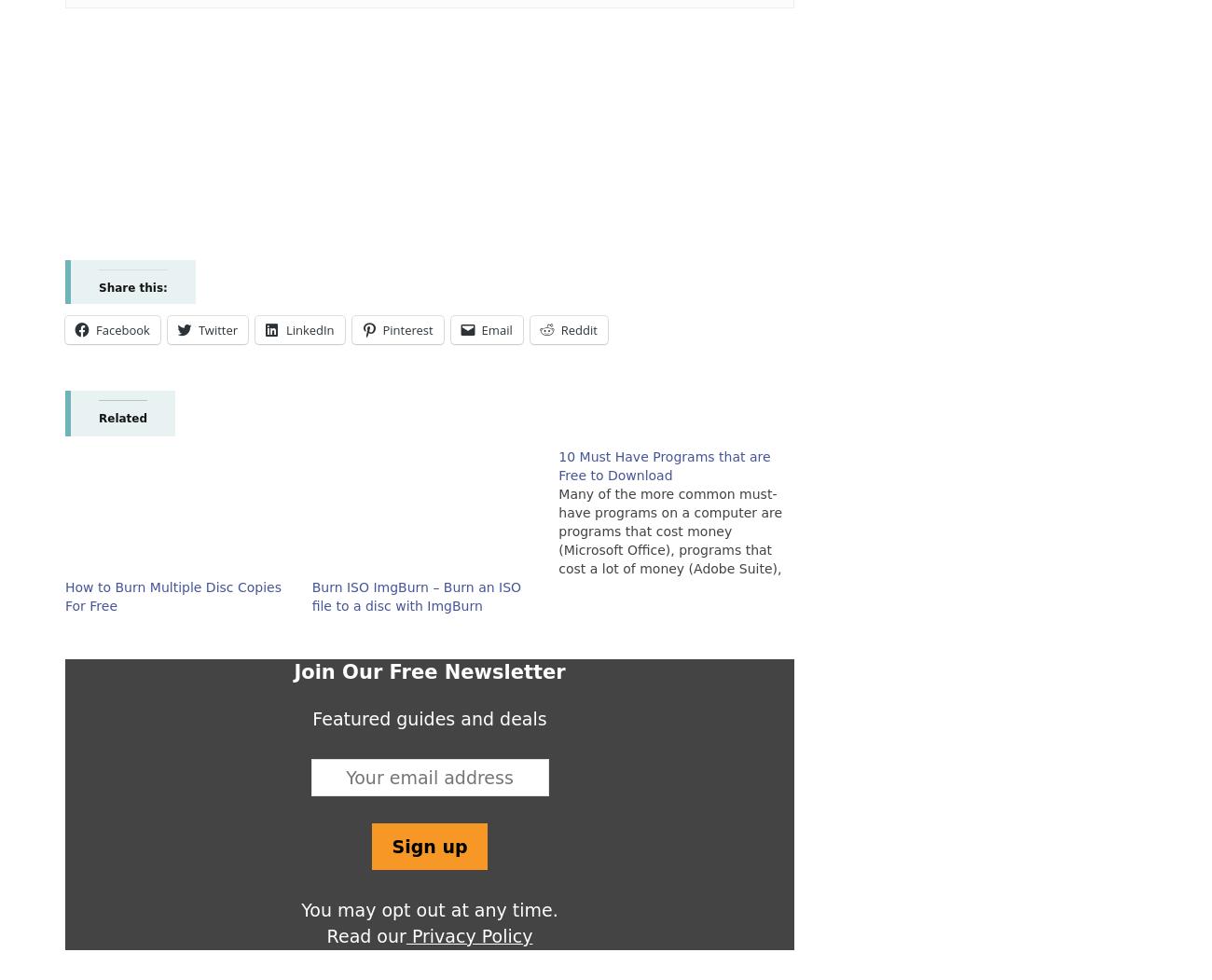 This screenshot has height=980, width=1212. I want to click on 'Reddit', so click(578, 329).